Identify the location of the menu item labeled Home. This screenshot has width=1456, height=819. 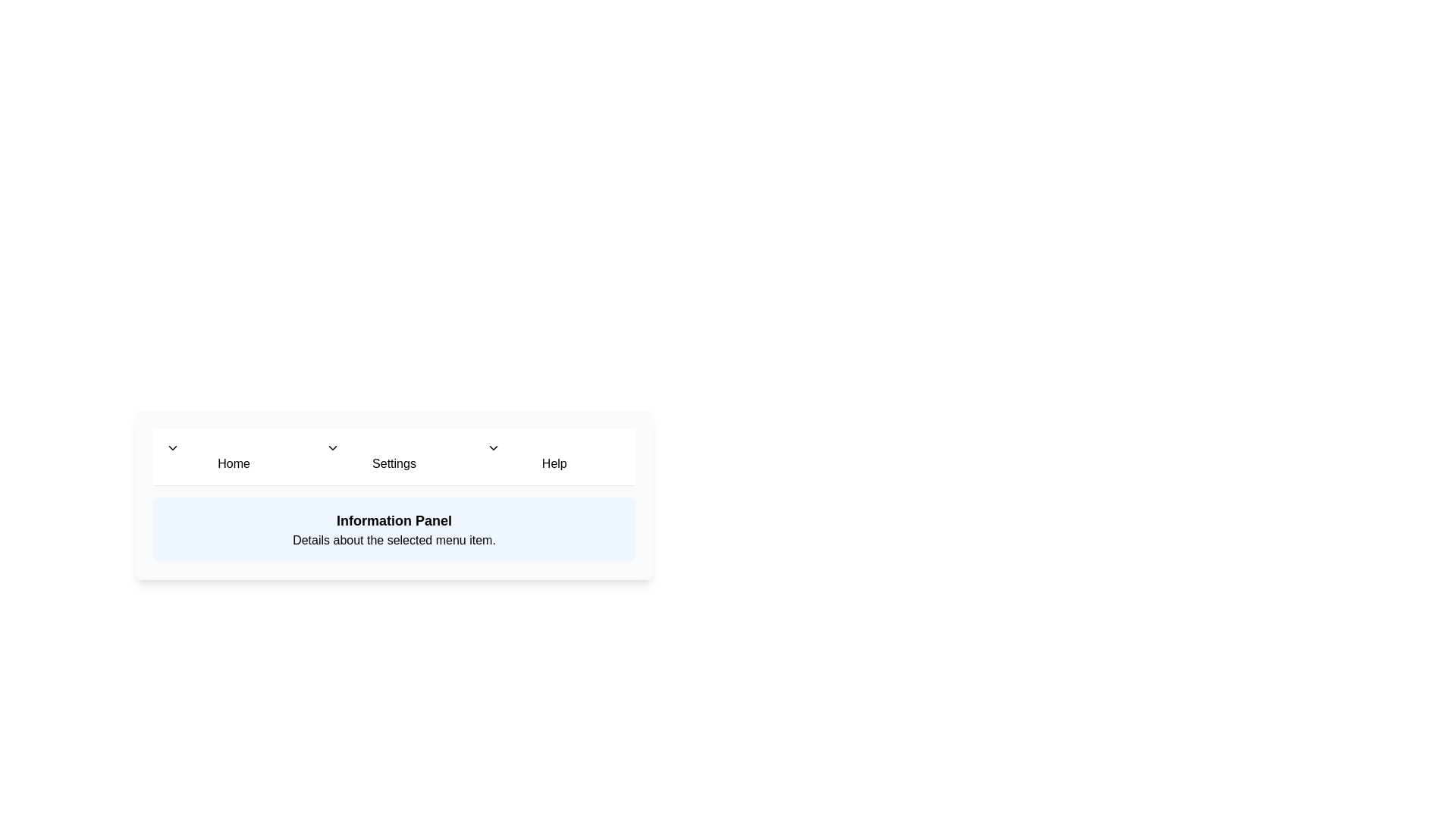
(233, 456).